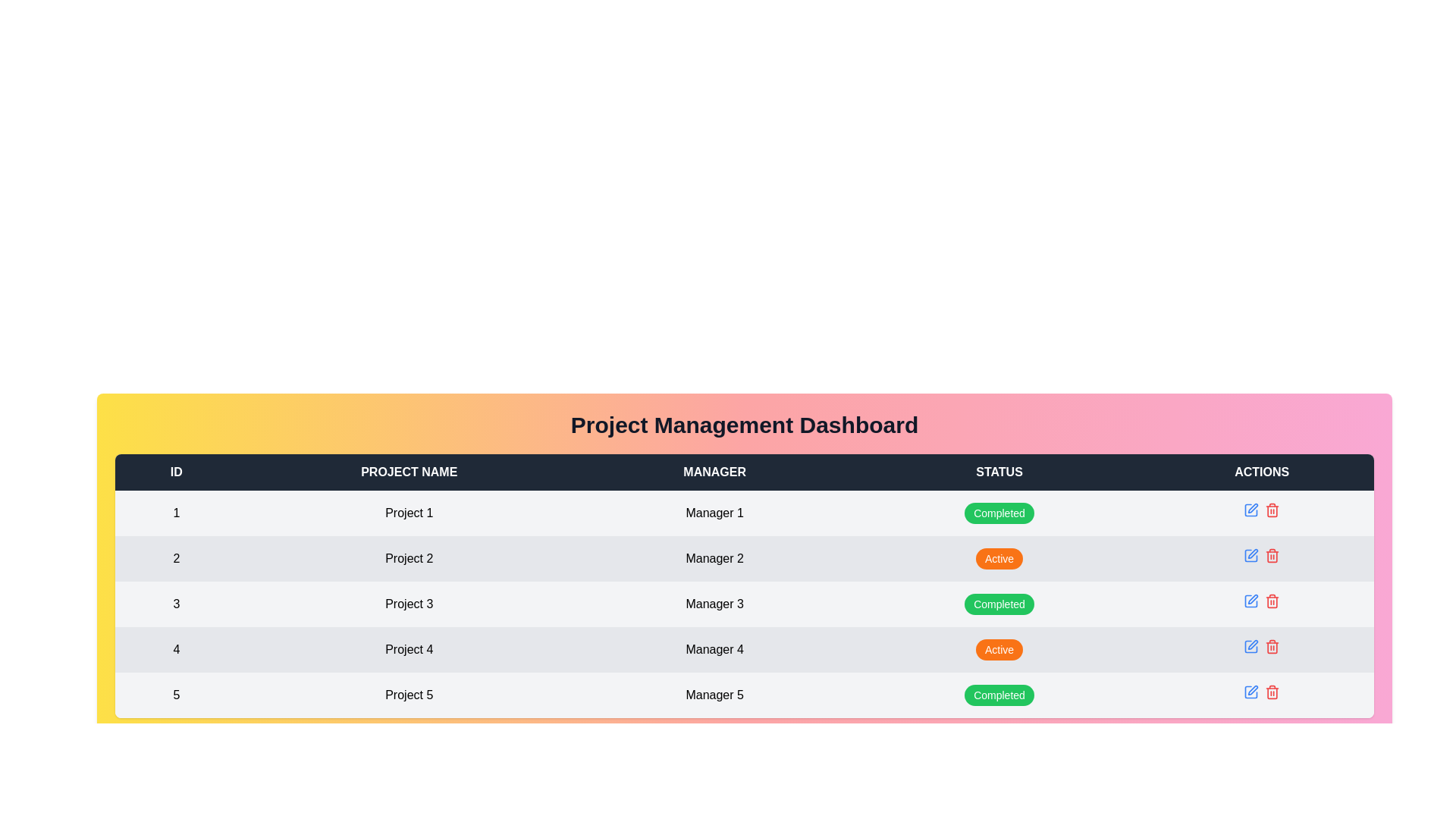 This screenshot has width=1456, height=819. Describe the element at coordinates (999, 558) in the screenshot. I see `the status label that is a rounded button with an orange background and white text reading 'Active', located in the STATUS column of the second row under the header 'STATUS' next to 'Manager 2'` at that location.